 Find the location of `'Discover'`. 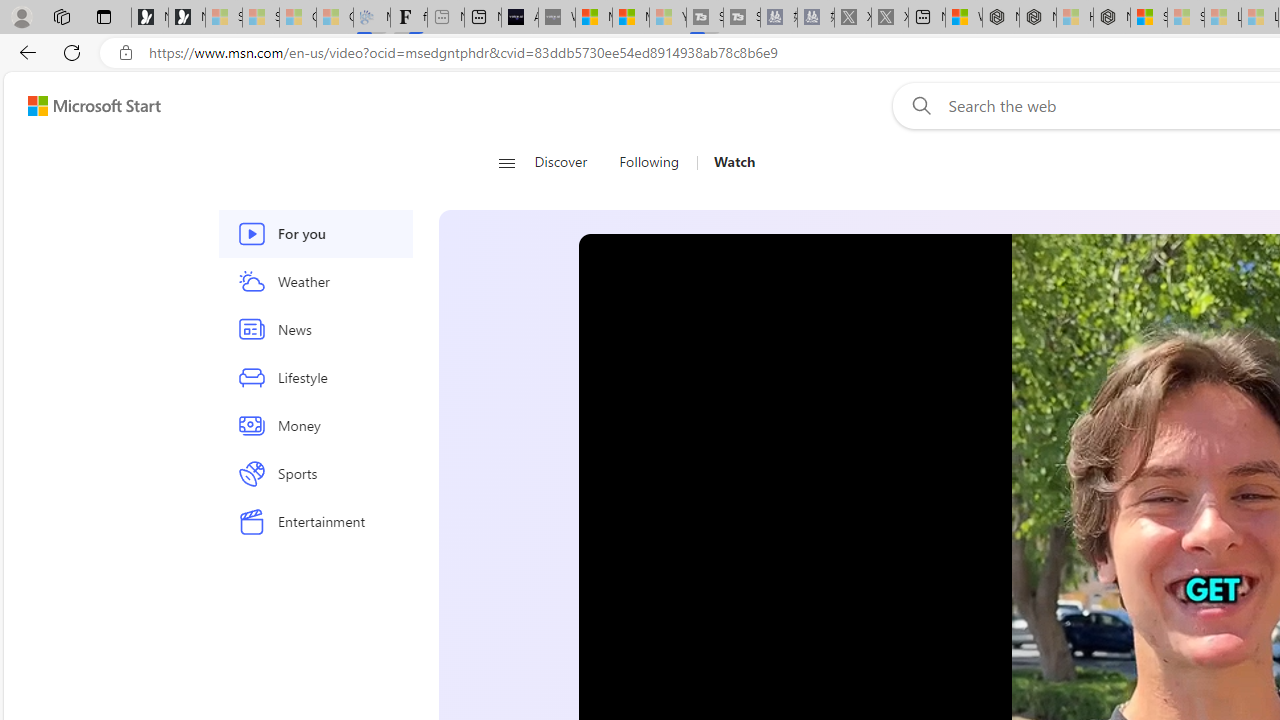

'Discover' is located at coordinates (560, 162).